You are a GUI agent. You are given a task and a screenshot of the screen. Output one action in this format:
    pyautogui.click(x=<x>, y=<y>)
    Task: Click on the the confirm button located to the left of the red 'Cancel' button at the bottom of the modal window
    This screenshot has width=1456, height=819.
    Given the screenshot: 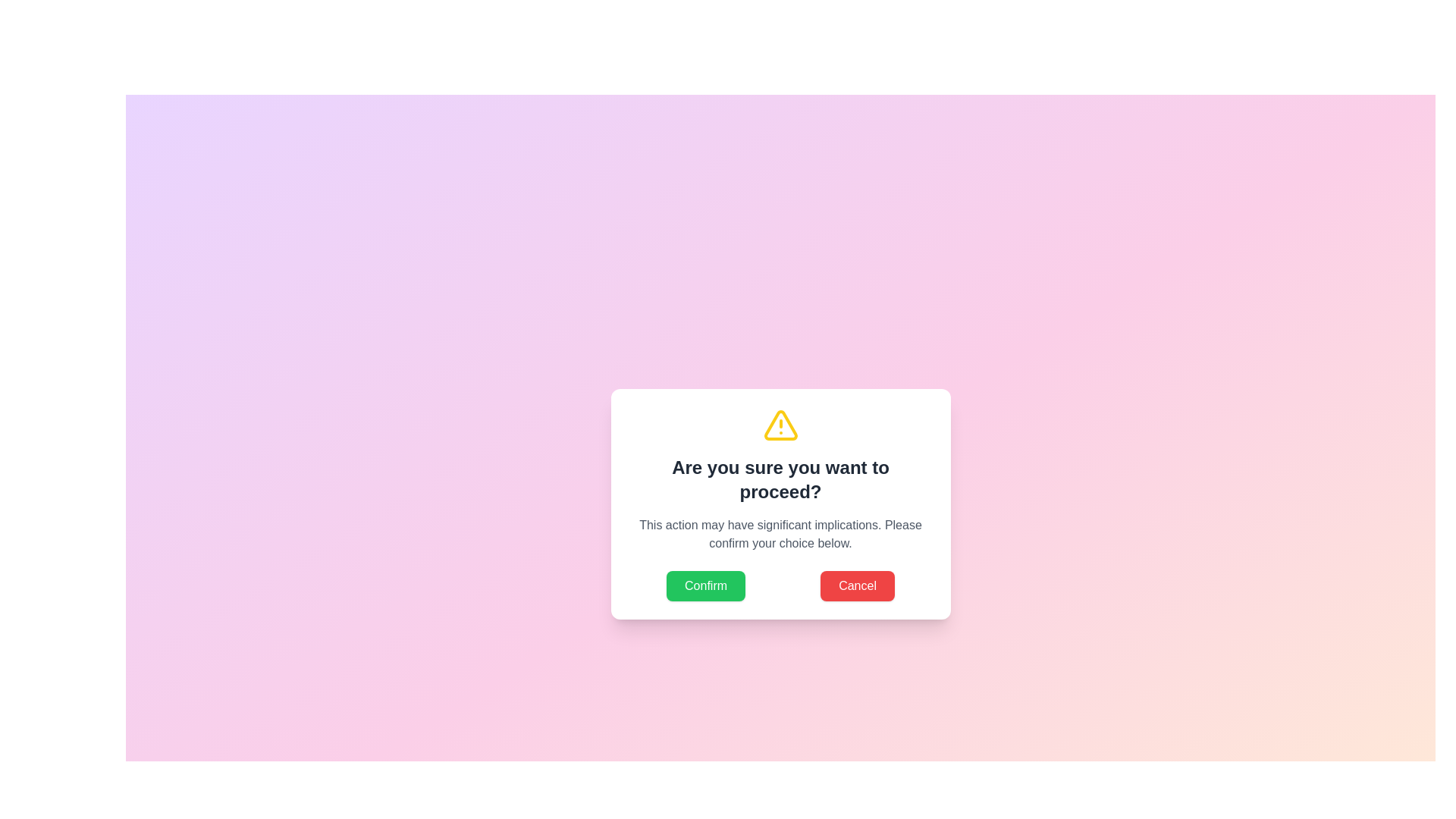 What is the action you would take?
    pyautogui.click(x=705, y=585)
    